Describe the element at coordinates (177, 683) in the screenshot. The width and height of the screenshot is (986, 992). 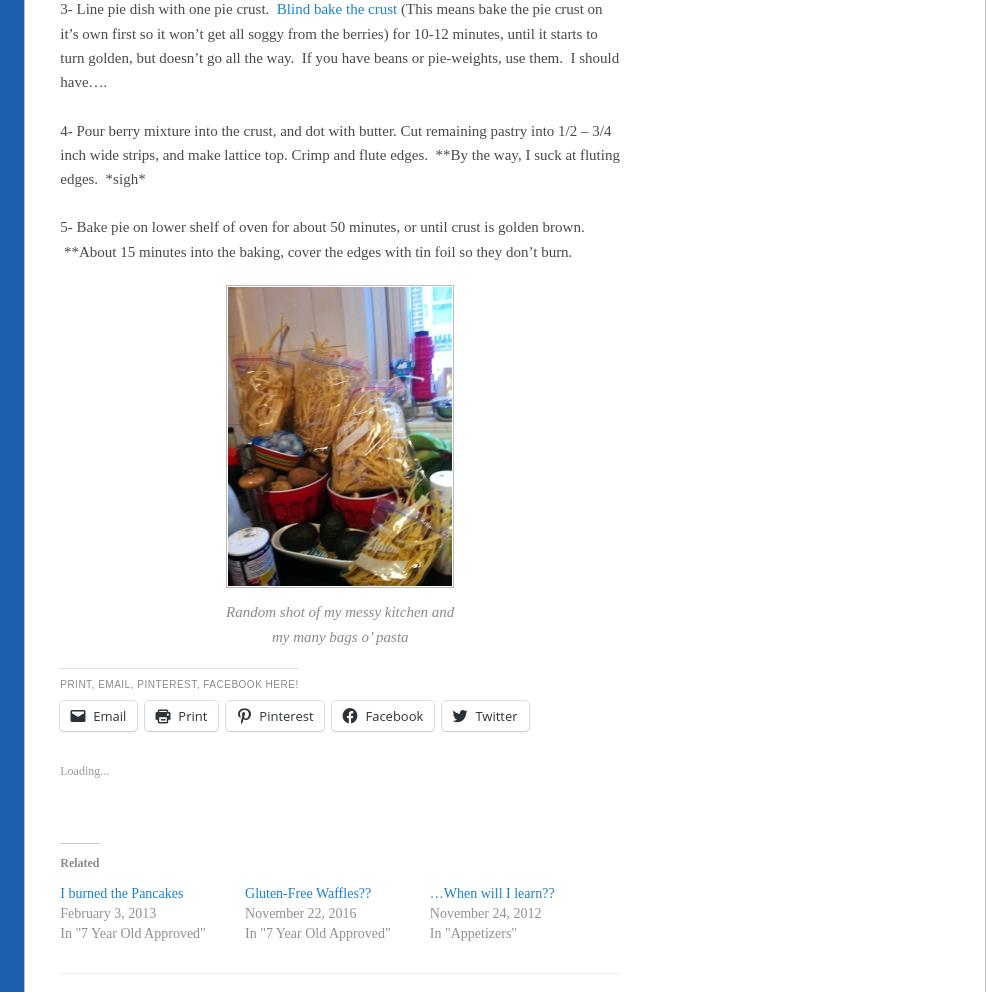
I see `'Print, Email, Pinterest, Facebook HERE!'` at that location.